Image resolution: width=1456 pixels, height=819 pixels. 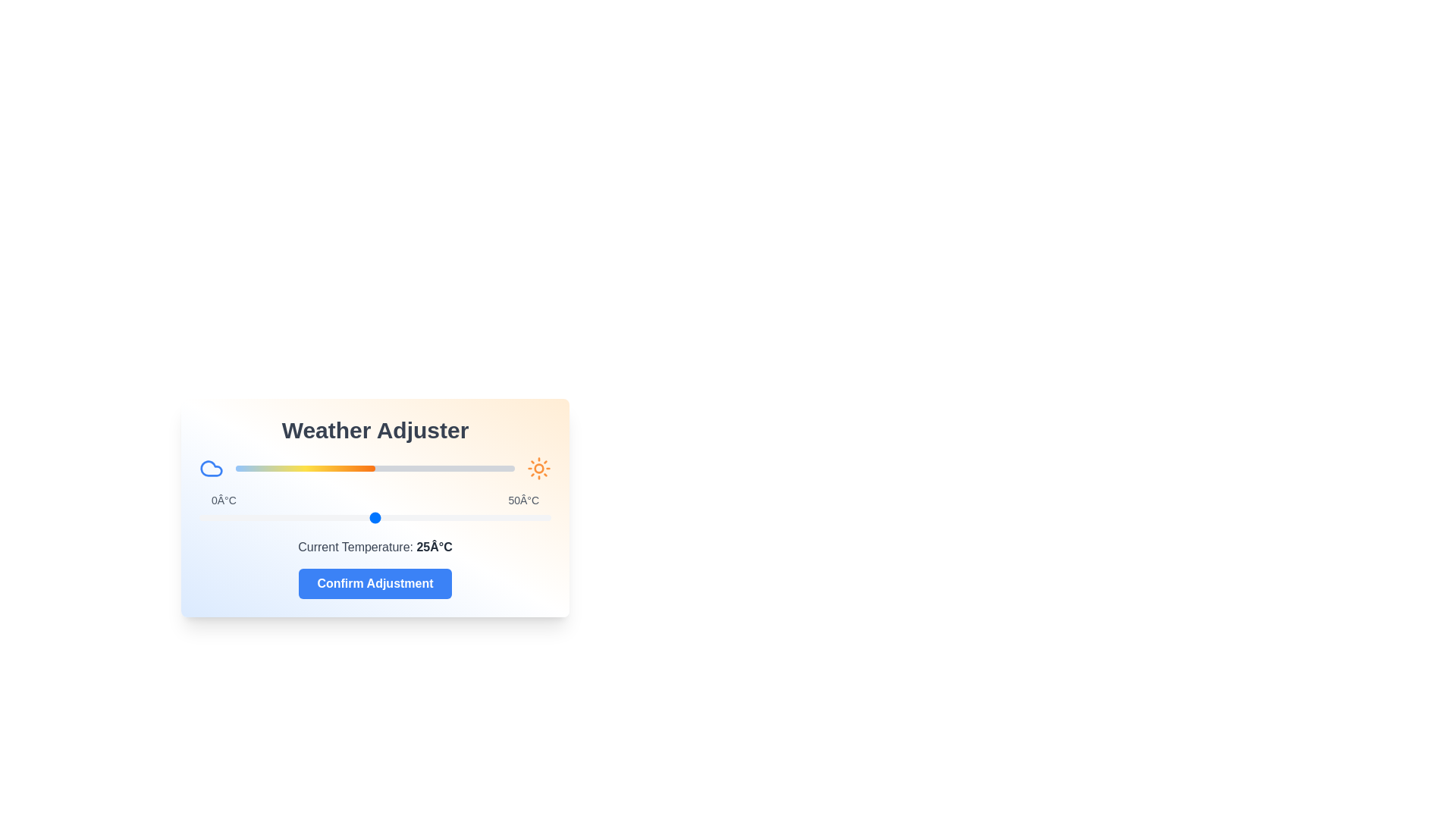 What do you see at coordinates (276, 516) in the screenshot?
I see `the temperature slider to set the temperature to 11°C` at bounding box center [276, 516].